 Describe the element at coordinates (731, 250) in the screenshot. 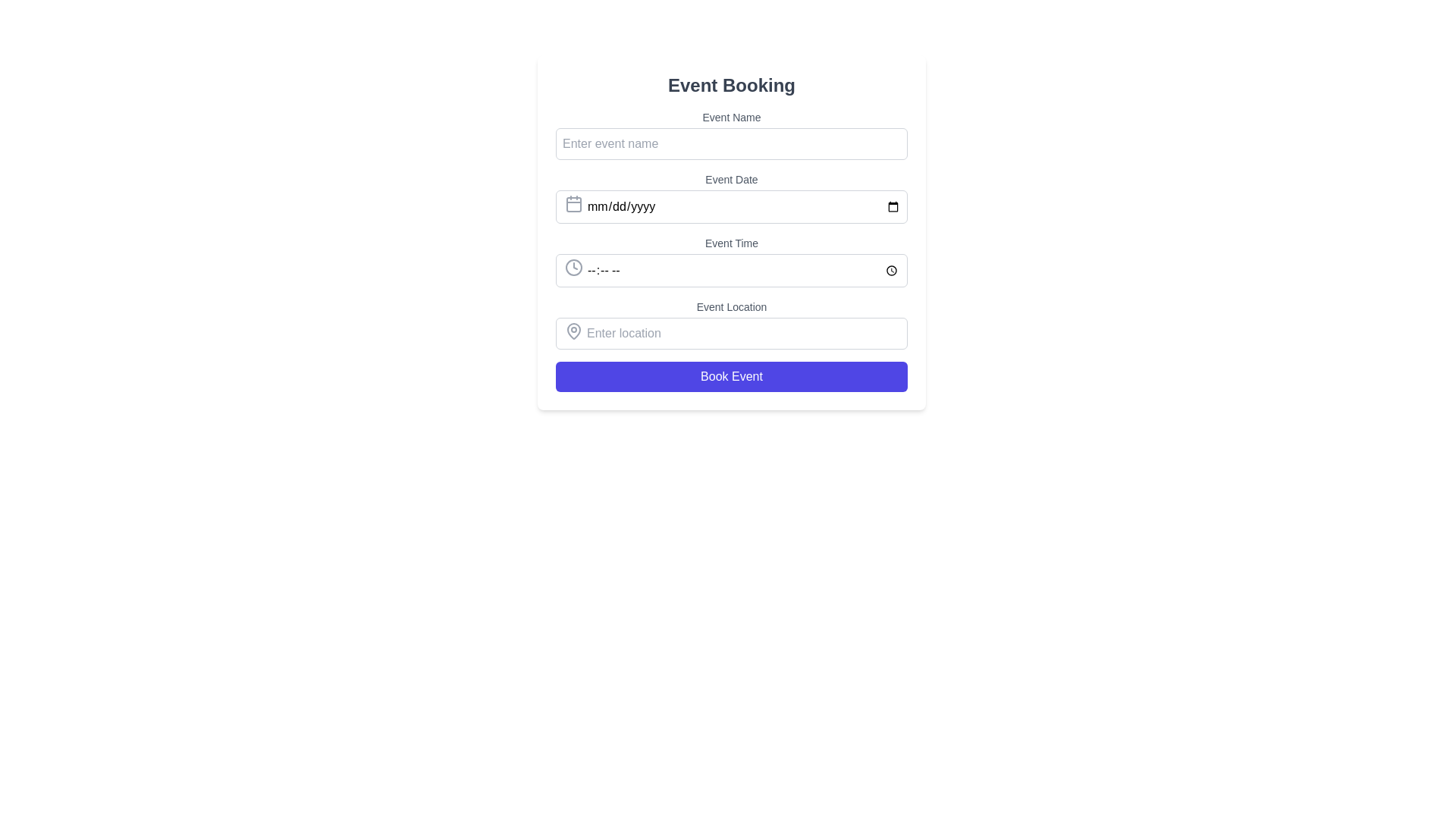

I see `a time from the time input field in the Event Booking form, which is styled within a white box with rounded corners and includes labeled fields for event details` at that location.